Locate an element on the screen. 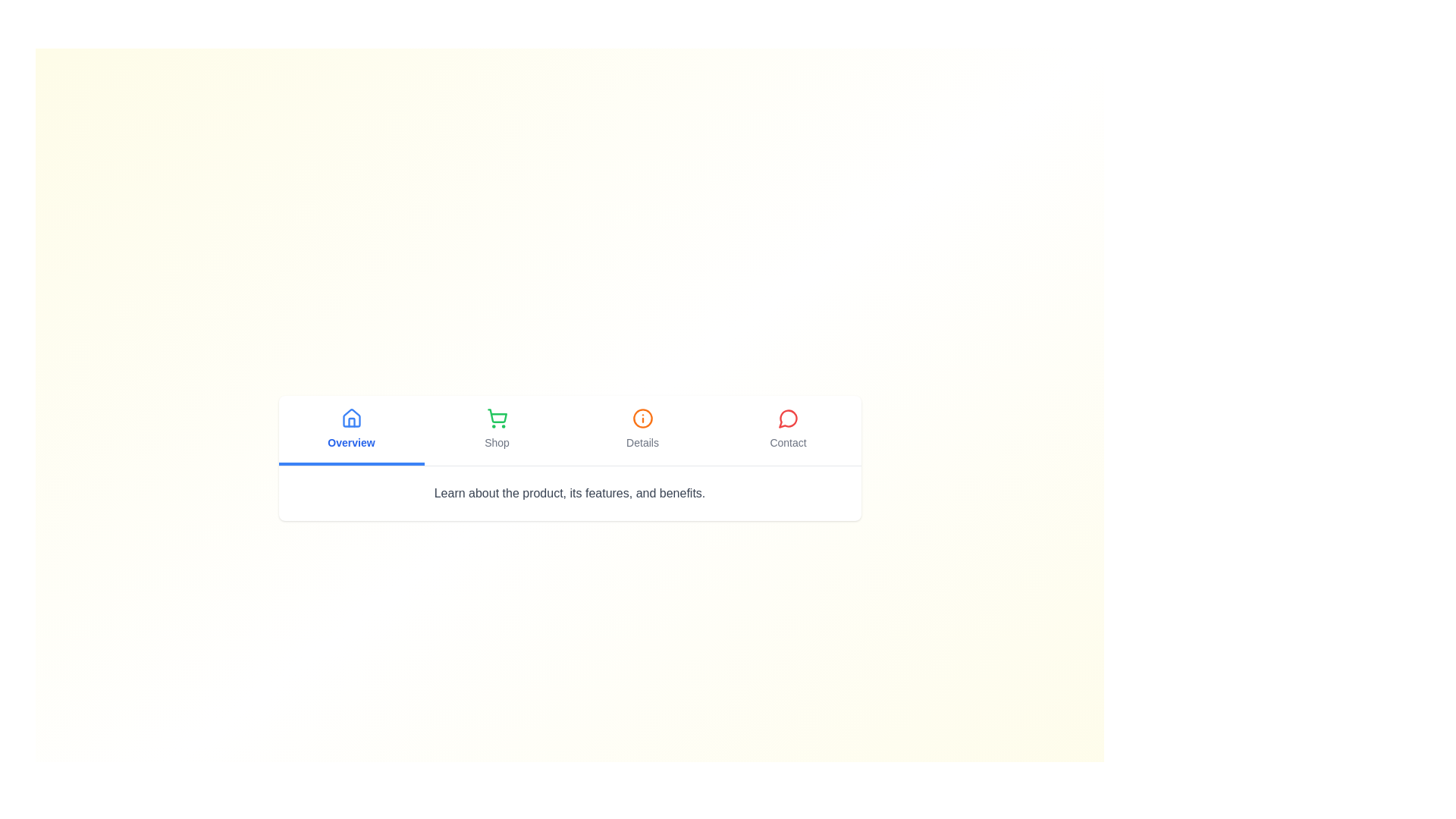 The width and height of the screenshot is (1456, 819). the Overview tab to switch to its content is located at coordinates (350, 430).